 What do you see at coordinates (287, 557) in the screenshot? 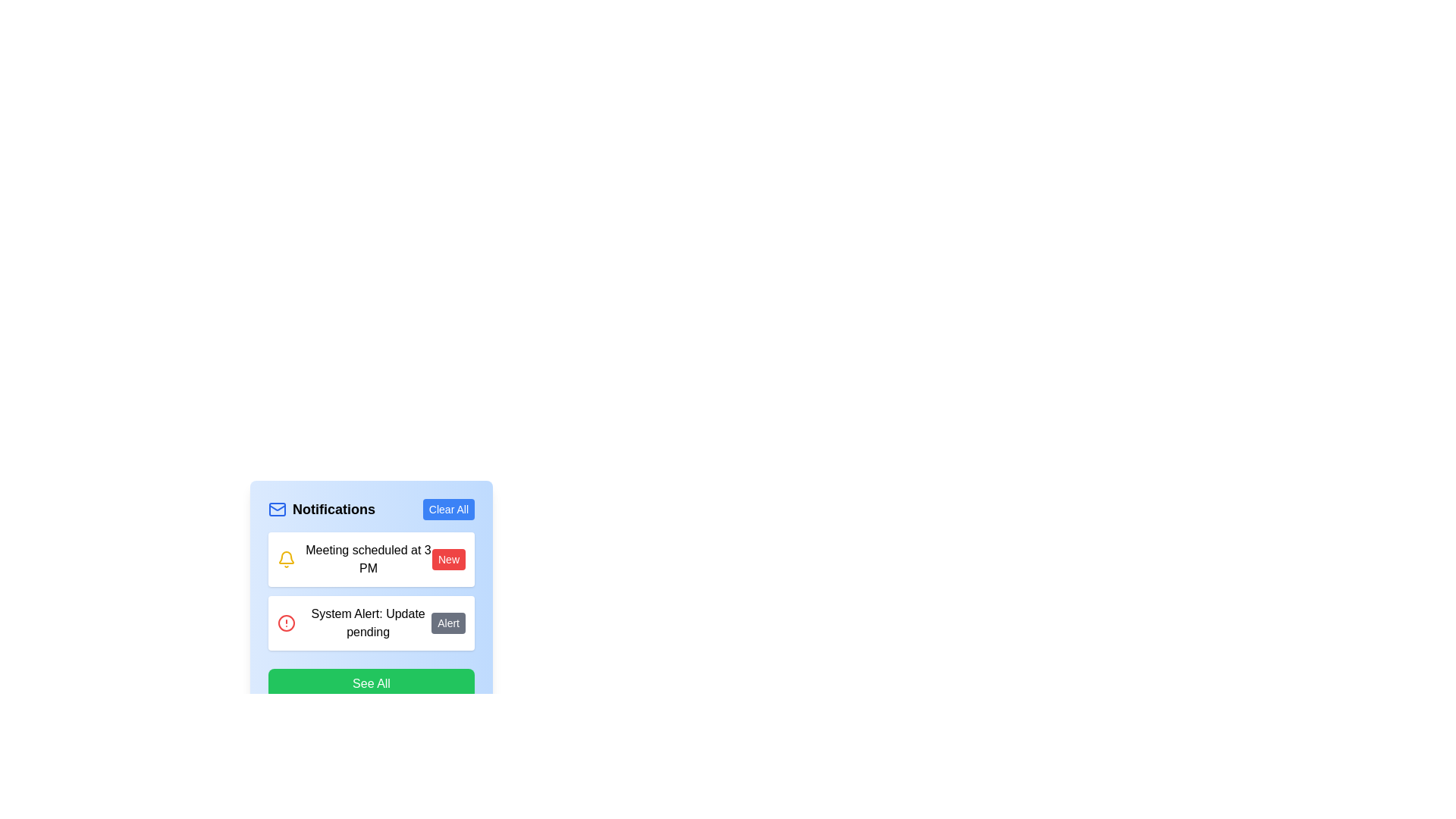
I see `the upper outline of the bell-shaped alert icon to explore the context menu` at bounding box center [287, 557].